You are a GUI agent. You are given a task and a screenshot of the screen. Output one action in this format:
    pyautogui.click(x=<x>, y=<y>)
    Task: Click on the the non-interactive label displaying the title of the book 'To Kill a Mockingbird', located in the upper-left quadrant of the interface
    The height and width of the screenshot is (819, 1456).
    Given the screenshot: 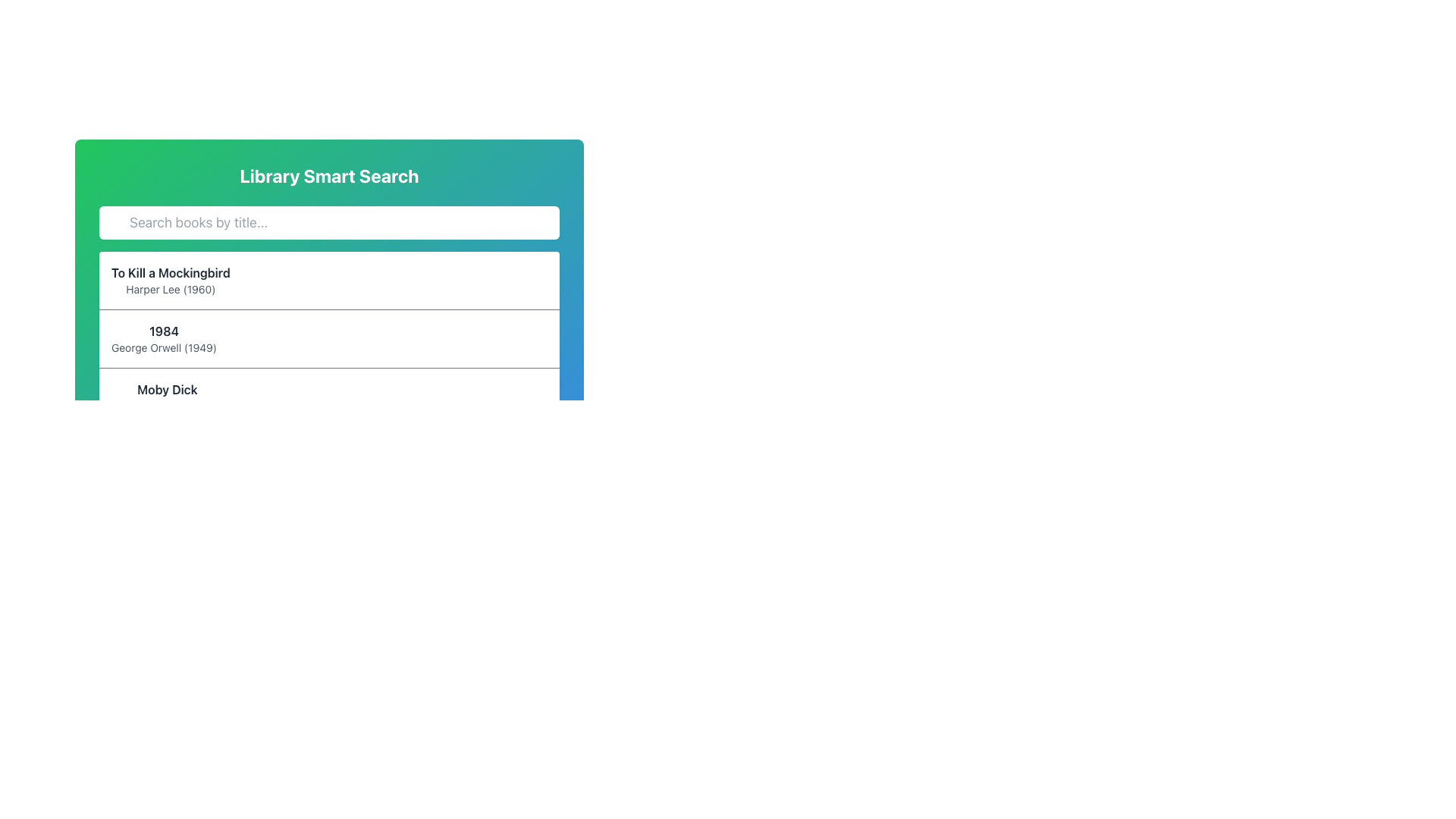 What is the action you would take?
    pyautogui.click(x=171, y=271)
    